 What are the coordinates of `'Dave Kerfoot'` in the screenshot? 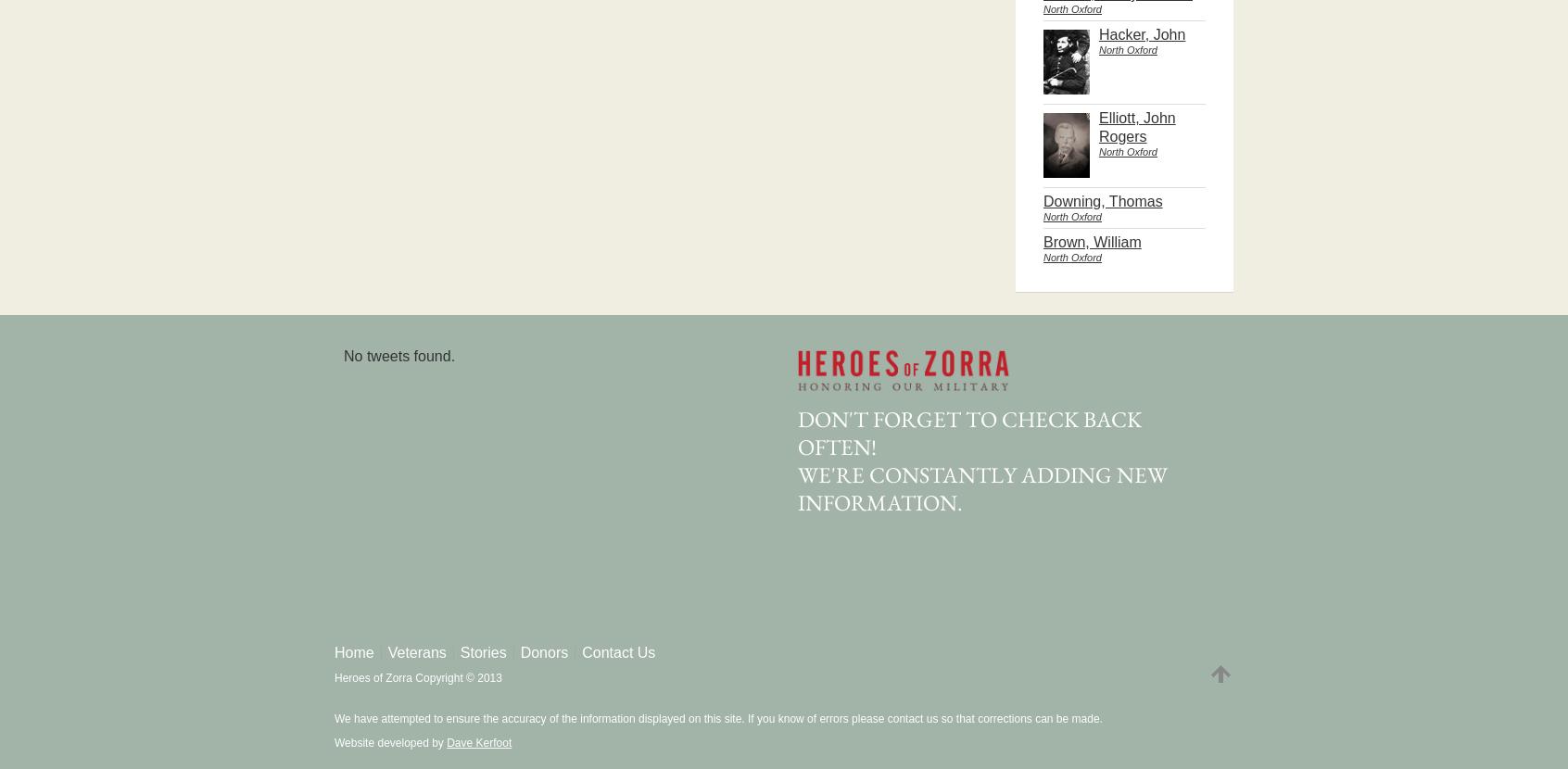 It's located at (479, 742).